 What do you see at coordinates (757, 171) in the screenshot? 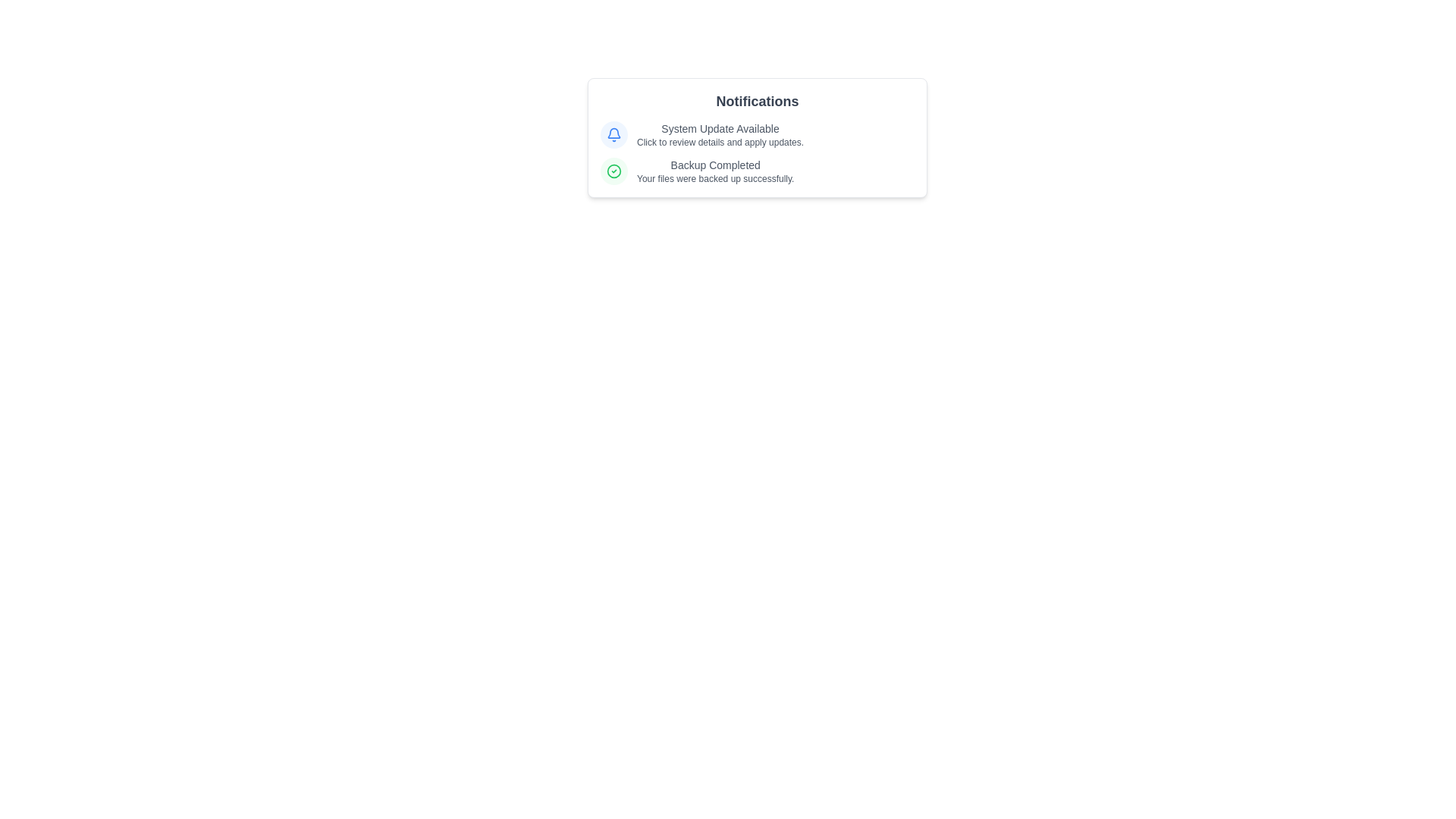
I see `the notification message indicating successful completion of a file backup process, which is the second message in the notification panel below 'System Update Available'` at bounding box center [757, 171].